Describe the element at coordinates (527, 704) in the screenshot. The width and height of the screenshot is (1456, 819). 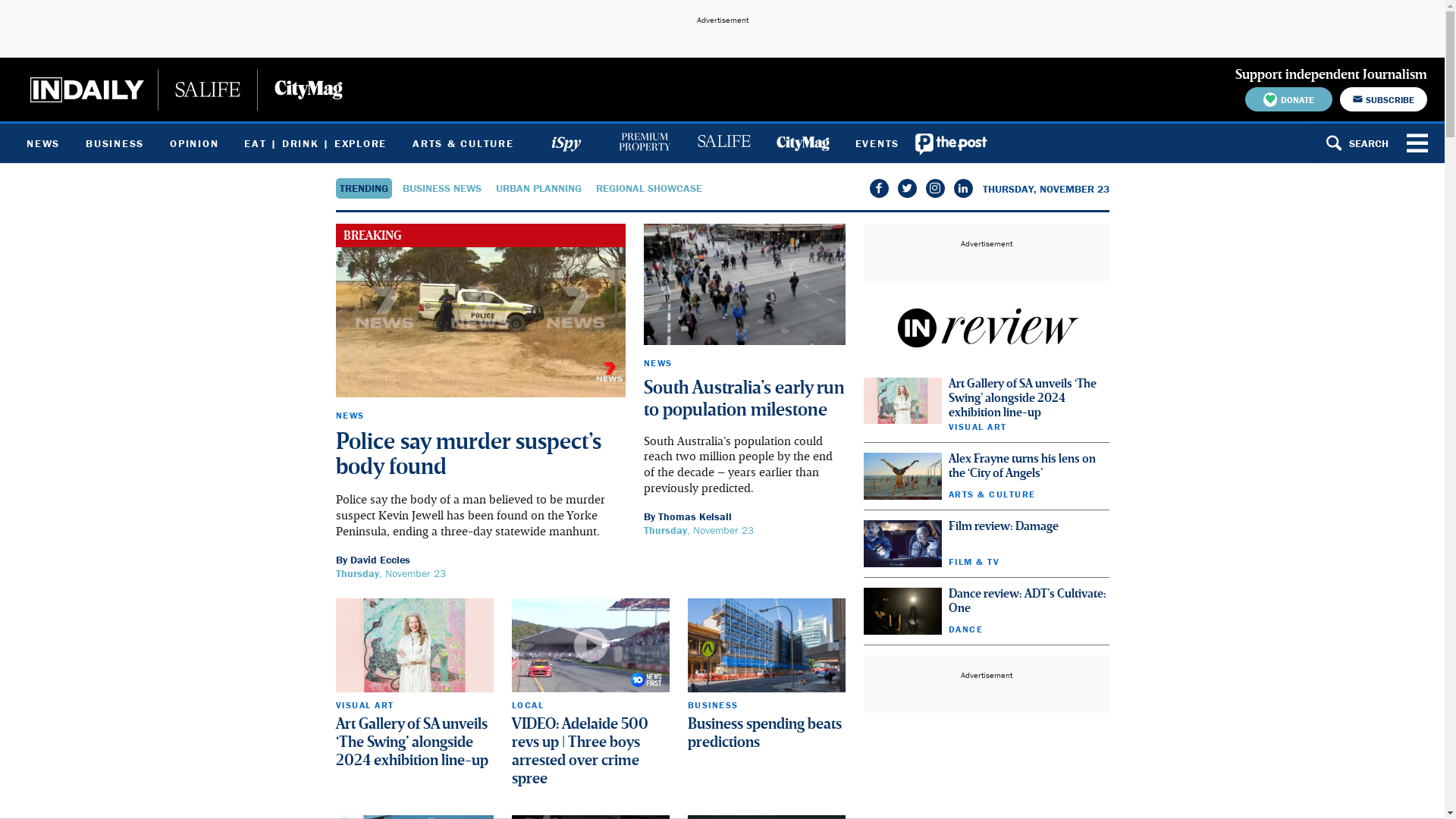
I see `'LOCAL'` at that location.